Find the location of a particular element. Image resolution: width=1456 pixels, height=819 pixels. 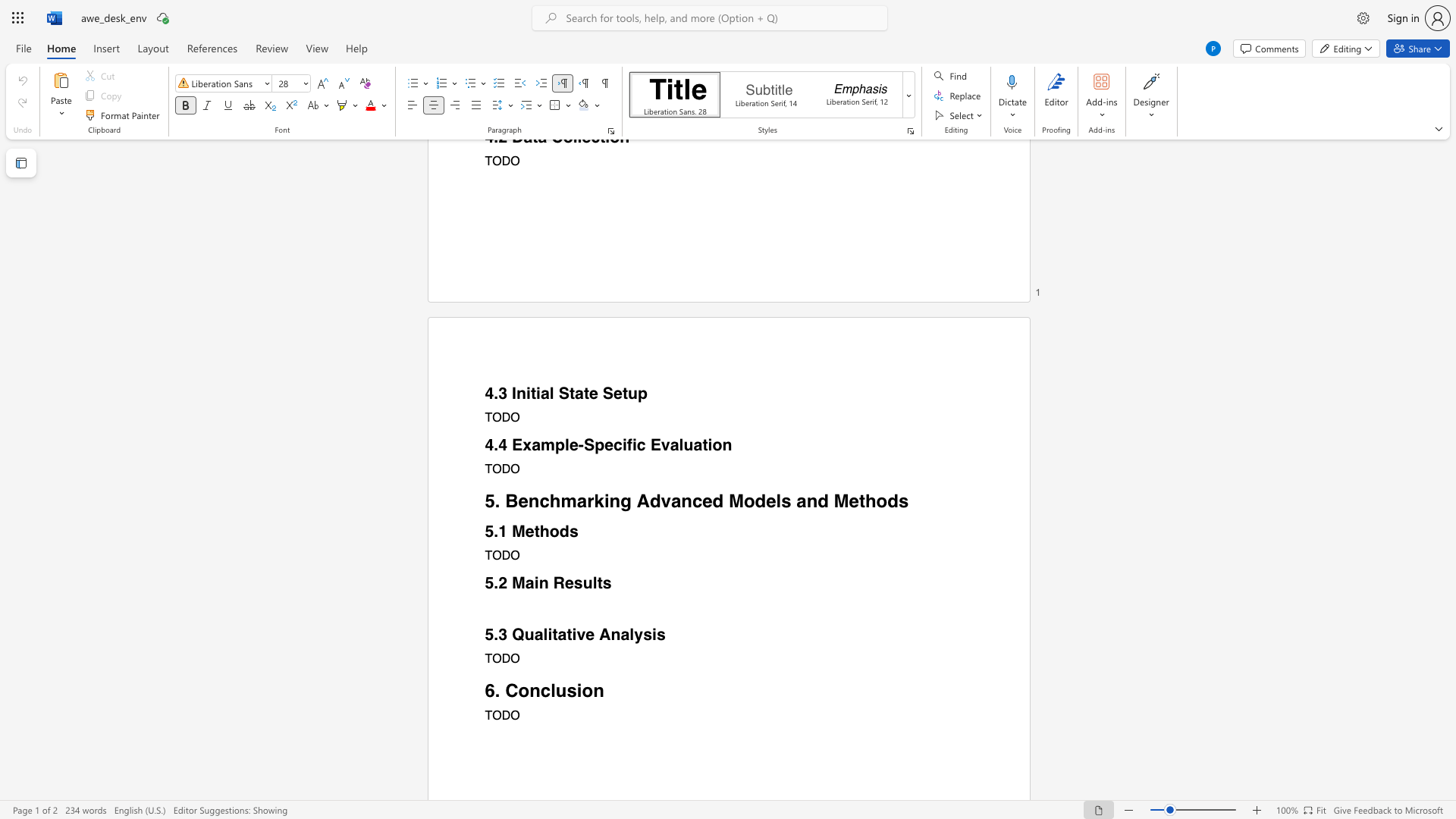

the subset text "od" within the text "5.1 Methods" is located at coordinates (548, 531).